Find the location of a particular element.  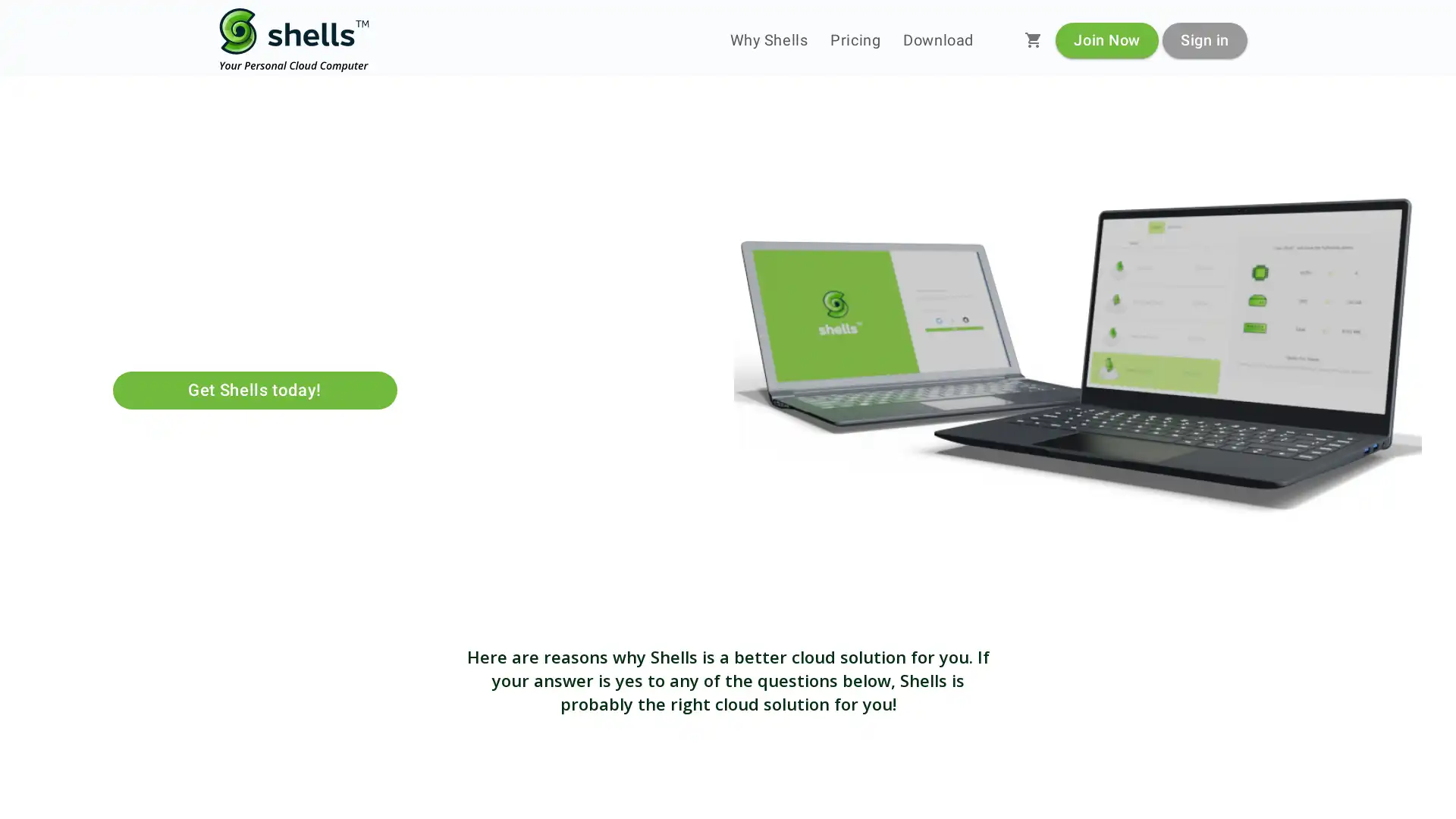

Download is located at coordinates (937, 39).